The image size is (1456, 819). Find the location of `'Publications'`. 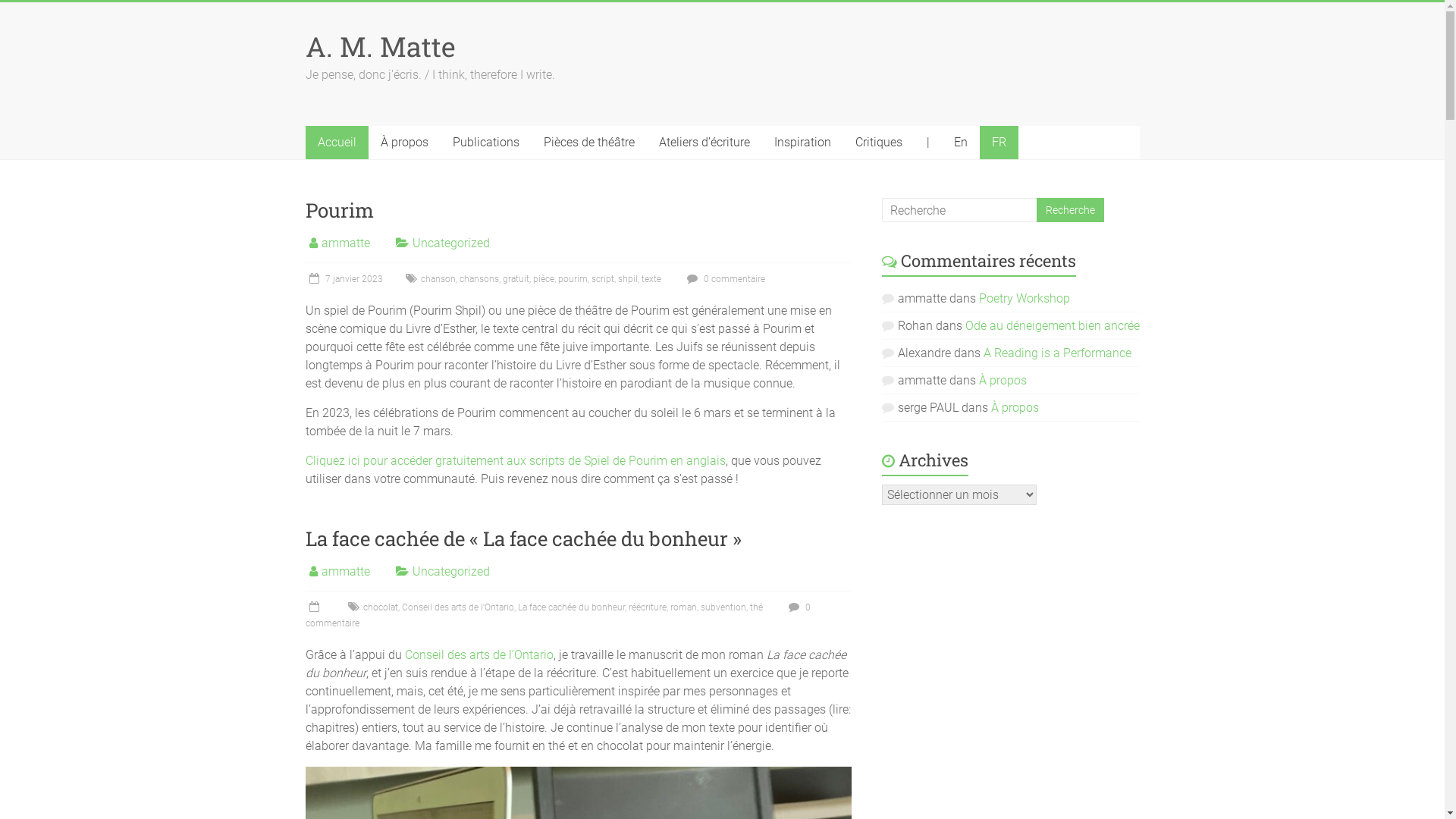

'Publications' is located at coordinates (439, 143).